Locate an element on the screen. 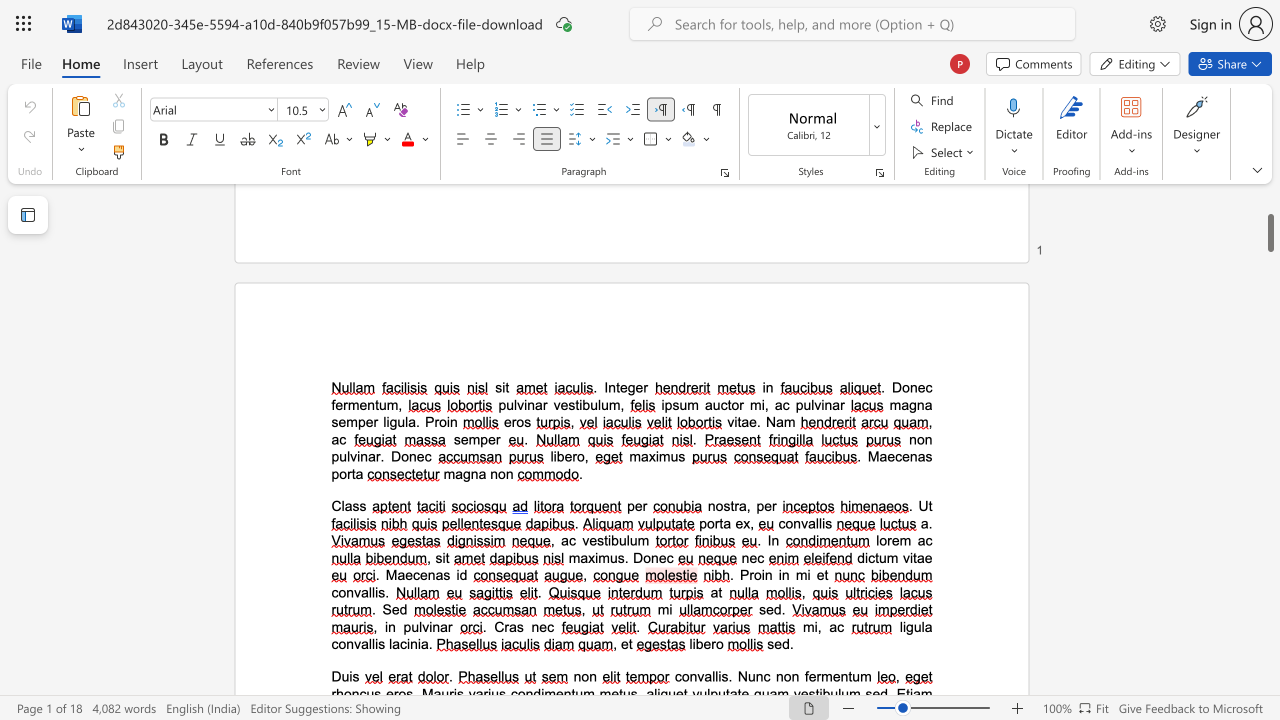  the 1th character "c" in the text is located at coordinates (897, 456).